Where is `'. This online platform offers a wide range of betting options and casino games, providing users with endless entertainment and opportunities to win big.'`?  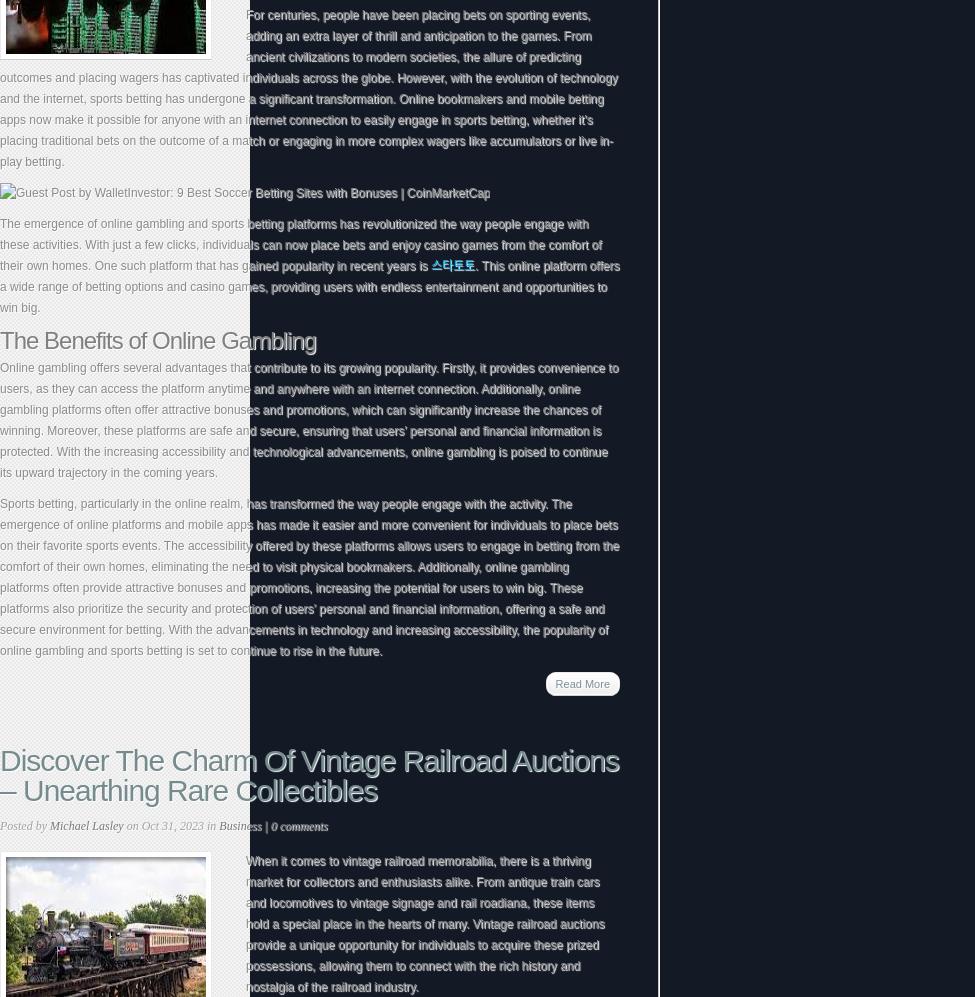
'. This online platform offers a wide range of betting options and casino games, providing users with endless entertainment and opportunities to win big.' is located at coordinates (308, 287).